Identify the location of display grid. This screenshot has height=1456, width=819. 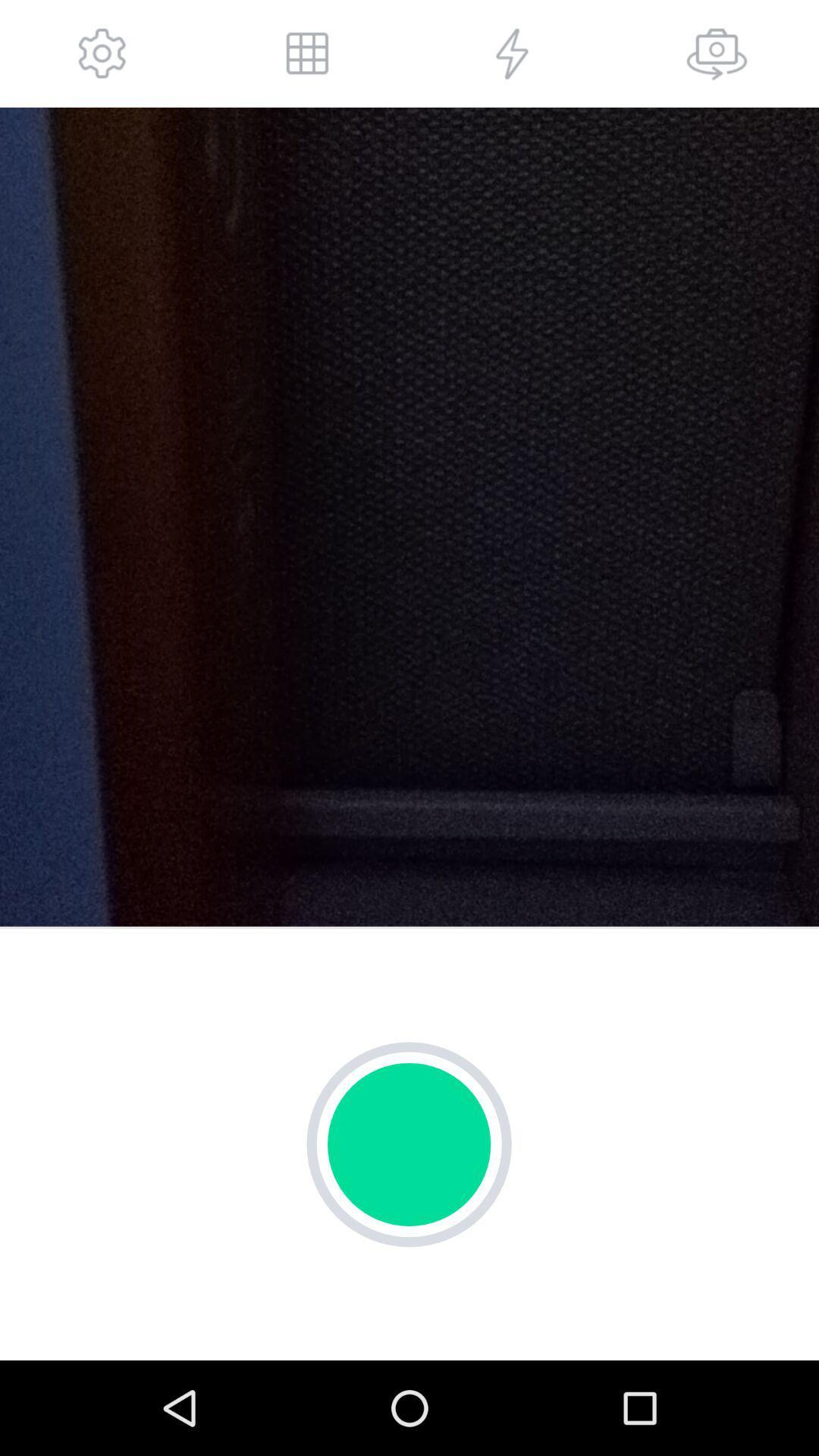
(307, 53).